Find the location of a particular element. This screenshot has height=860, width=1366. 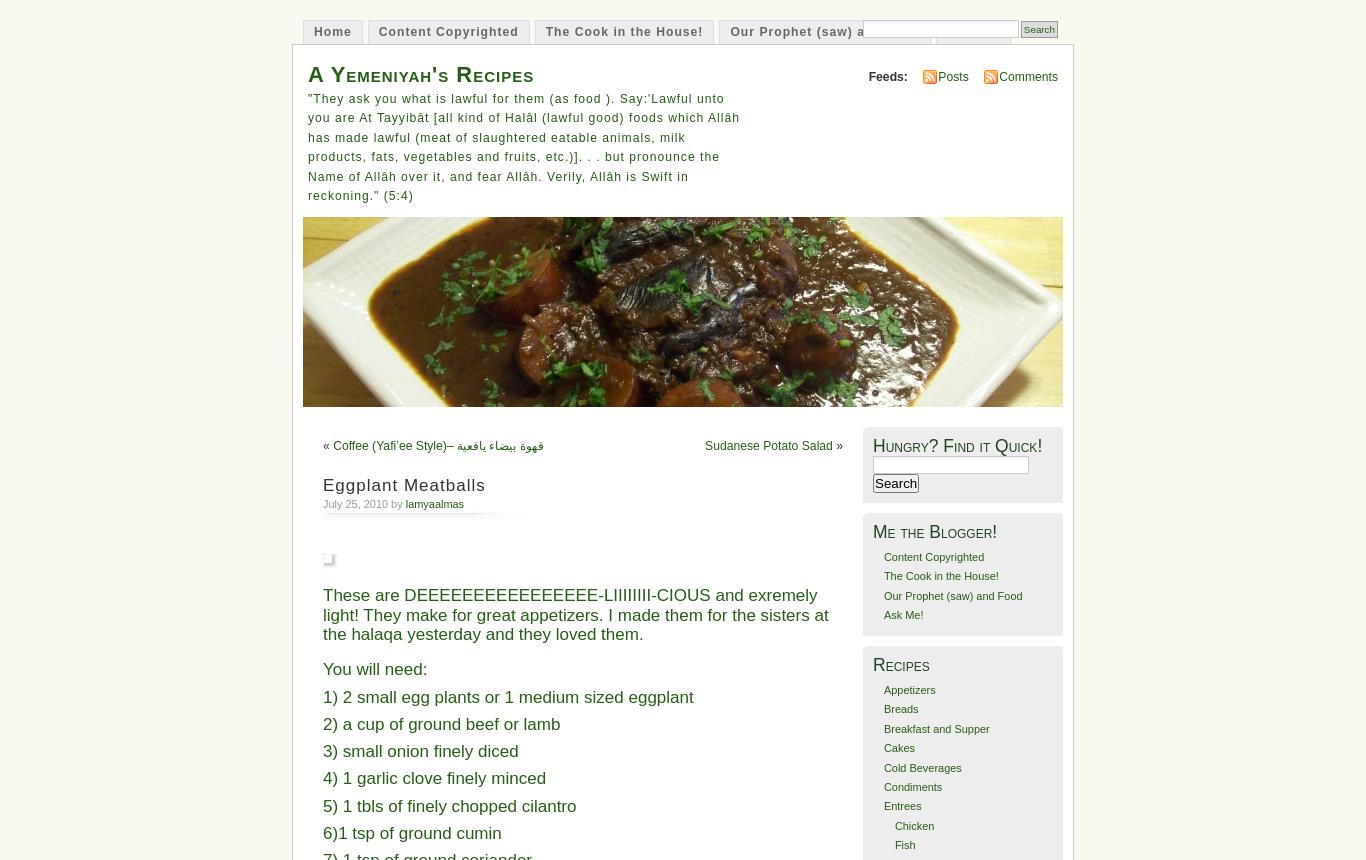

'You will need:' is located at coordinates (373, 669).